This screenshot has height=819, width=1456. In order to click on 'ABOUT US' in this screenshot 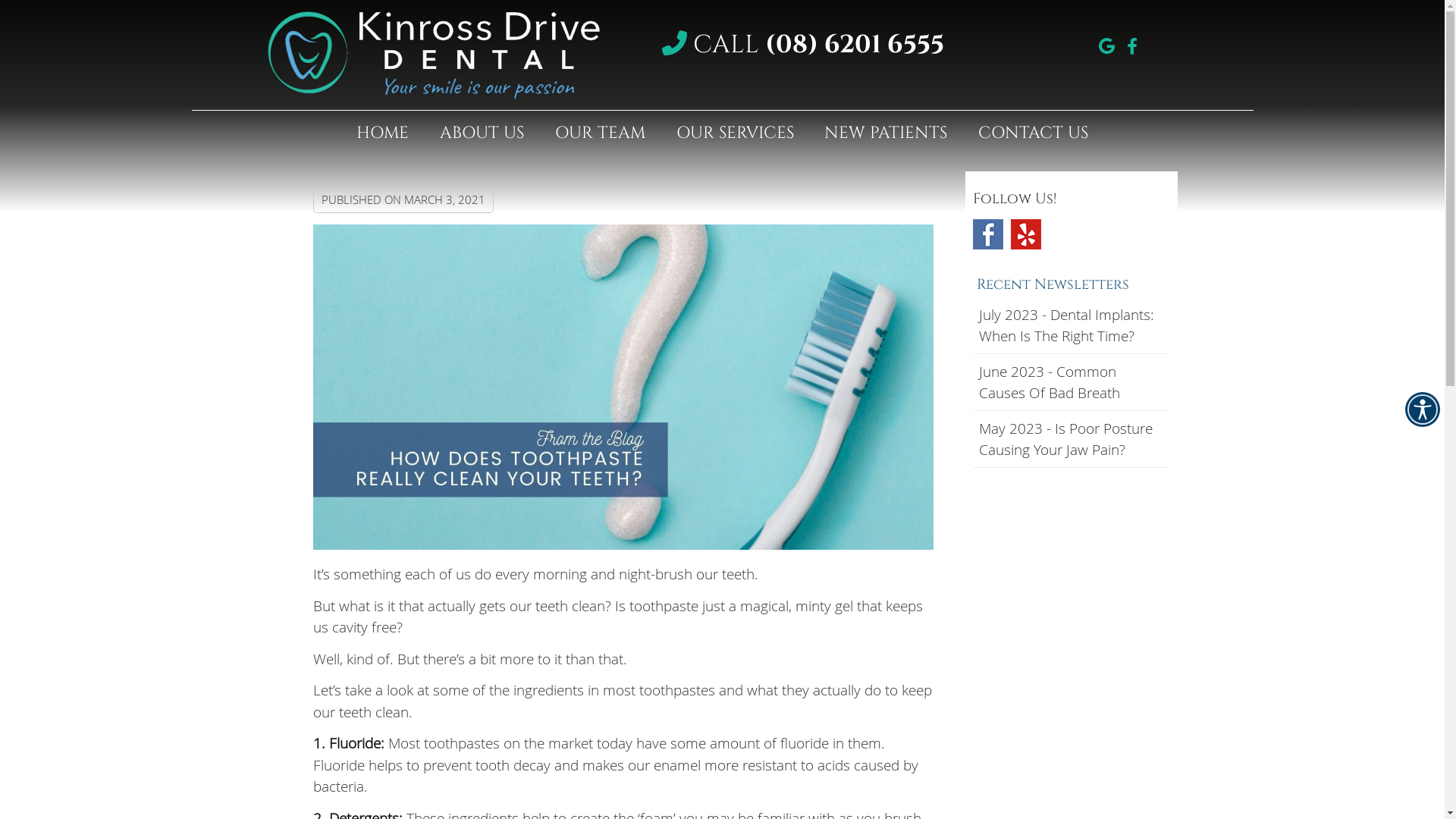, I will do `click(425, 133)`.